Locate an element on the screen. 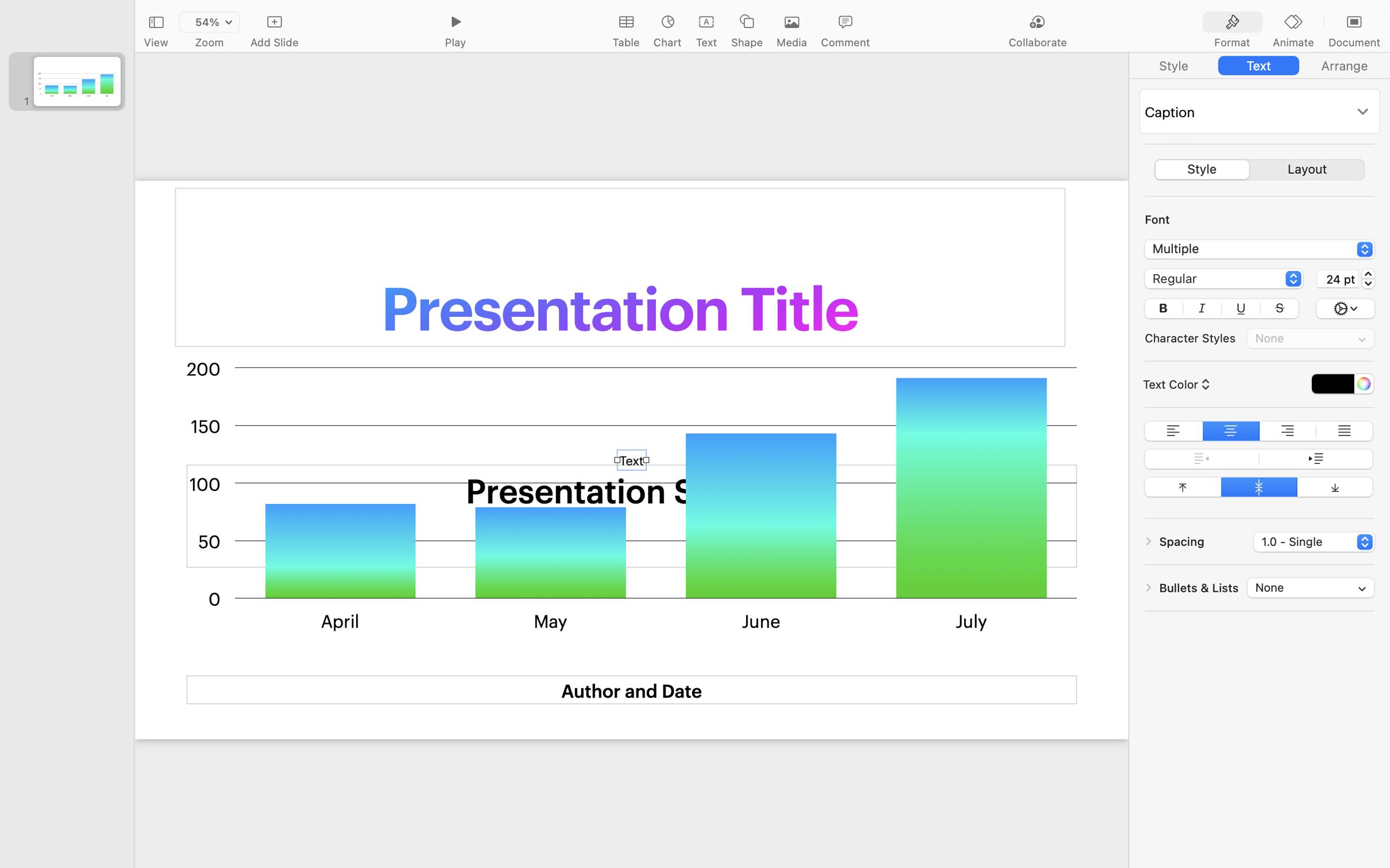 This screenshot has height=868, width=1390. '24.0' is located at coordinates (1368, 277).